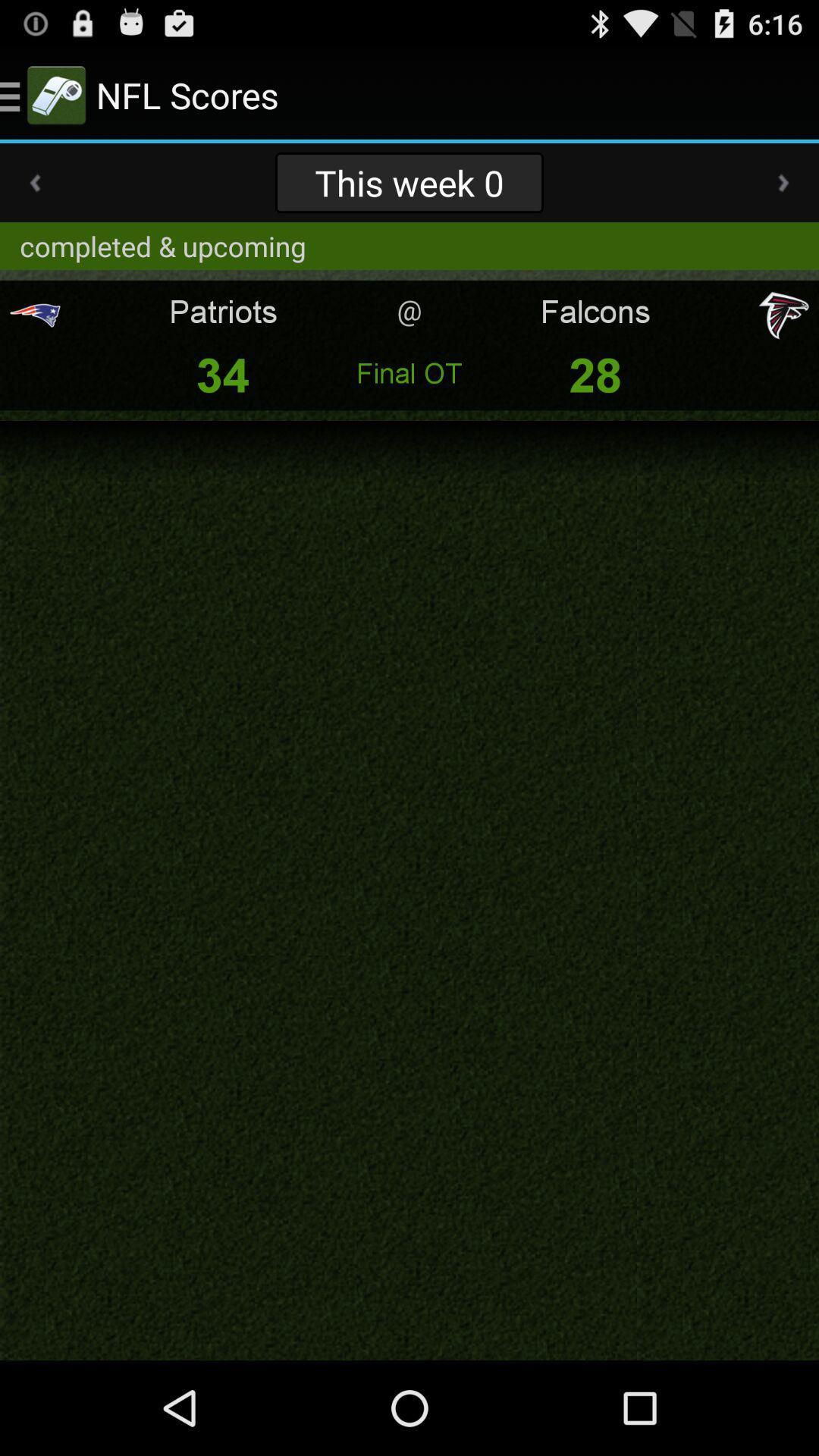 The image size is (819, 1456). I want to click on the item above completed & upcoming app, so click(409, 182).